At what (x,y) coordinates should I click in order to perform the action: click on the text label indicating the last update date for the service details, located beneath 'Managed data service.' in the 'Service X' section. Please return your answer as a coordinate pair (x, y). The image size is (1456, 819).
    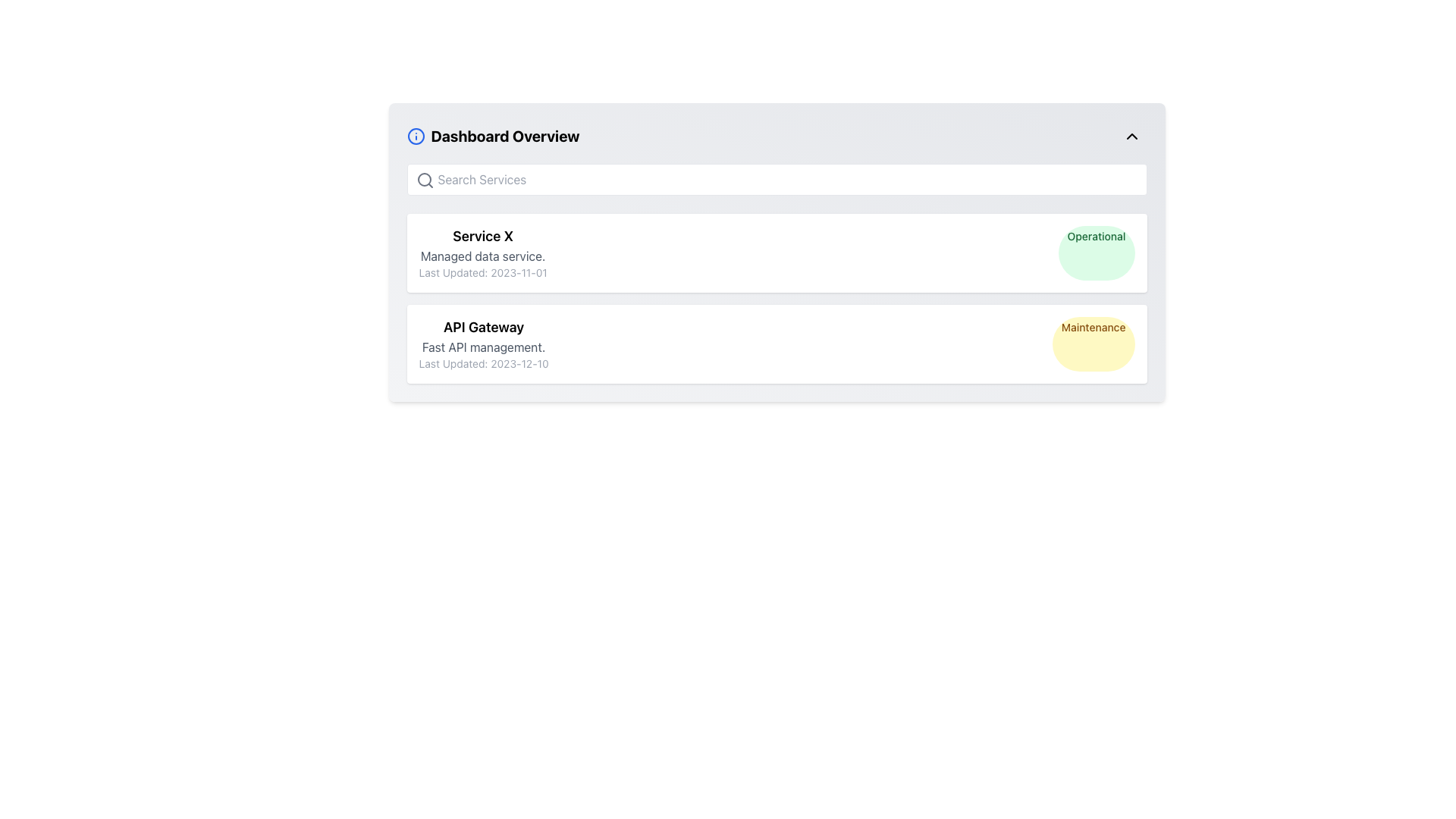
    Looking at the image, I should click on (482, 271).